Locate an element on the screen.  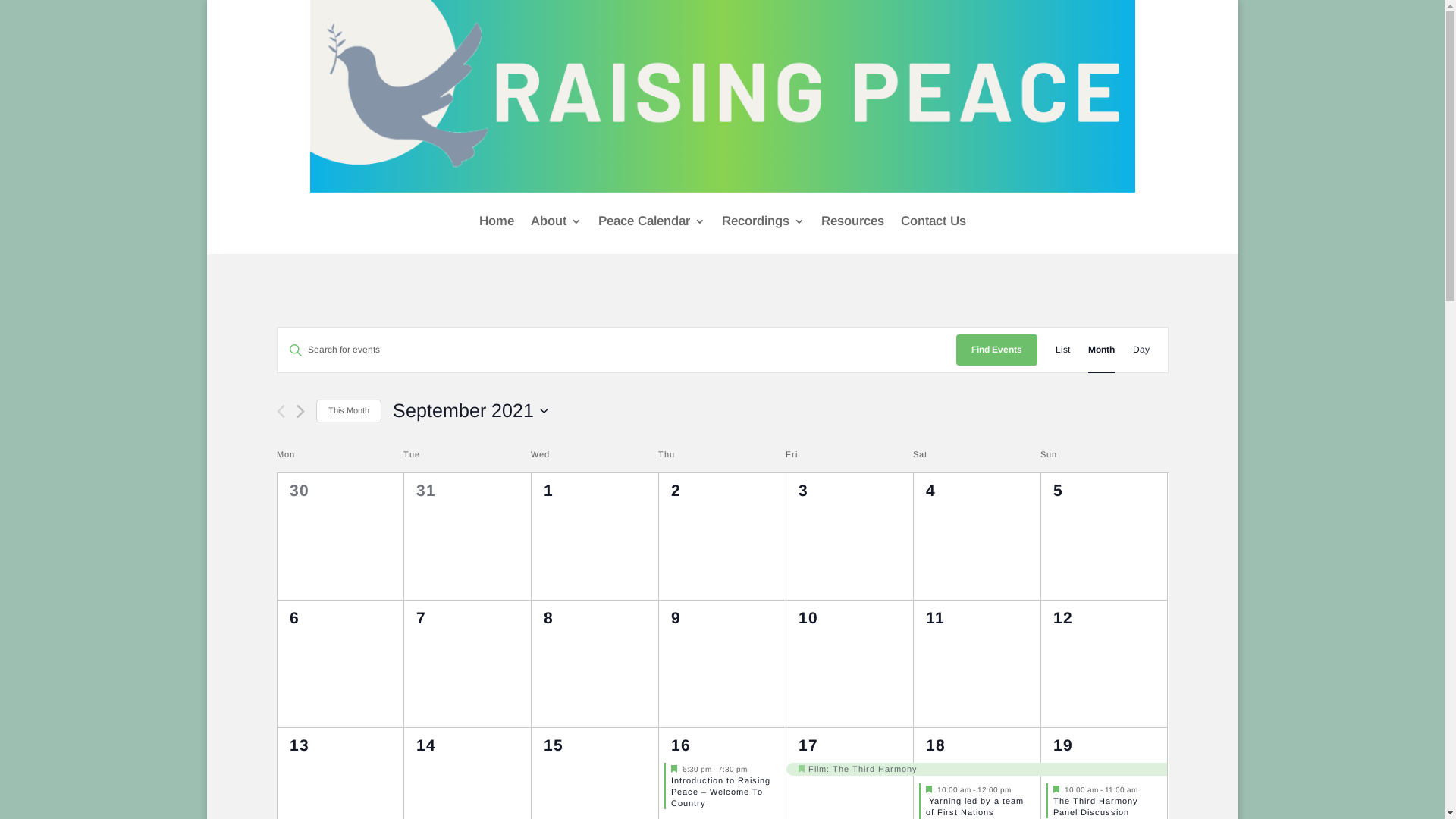
'September 2021' is located at coordinates (469, 411).